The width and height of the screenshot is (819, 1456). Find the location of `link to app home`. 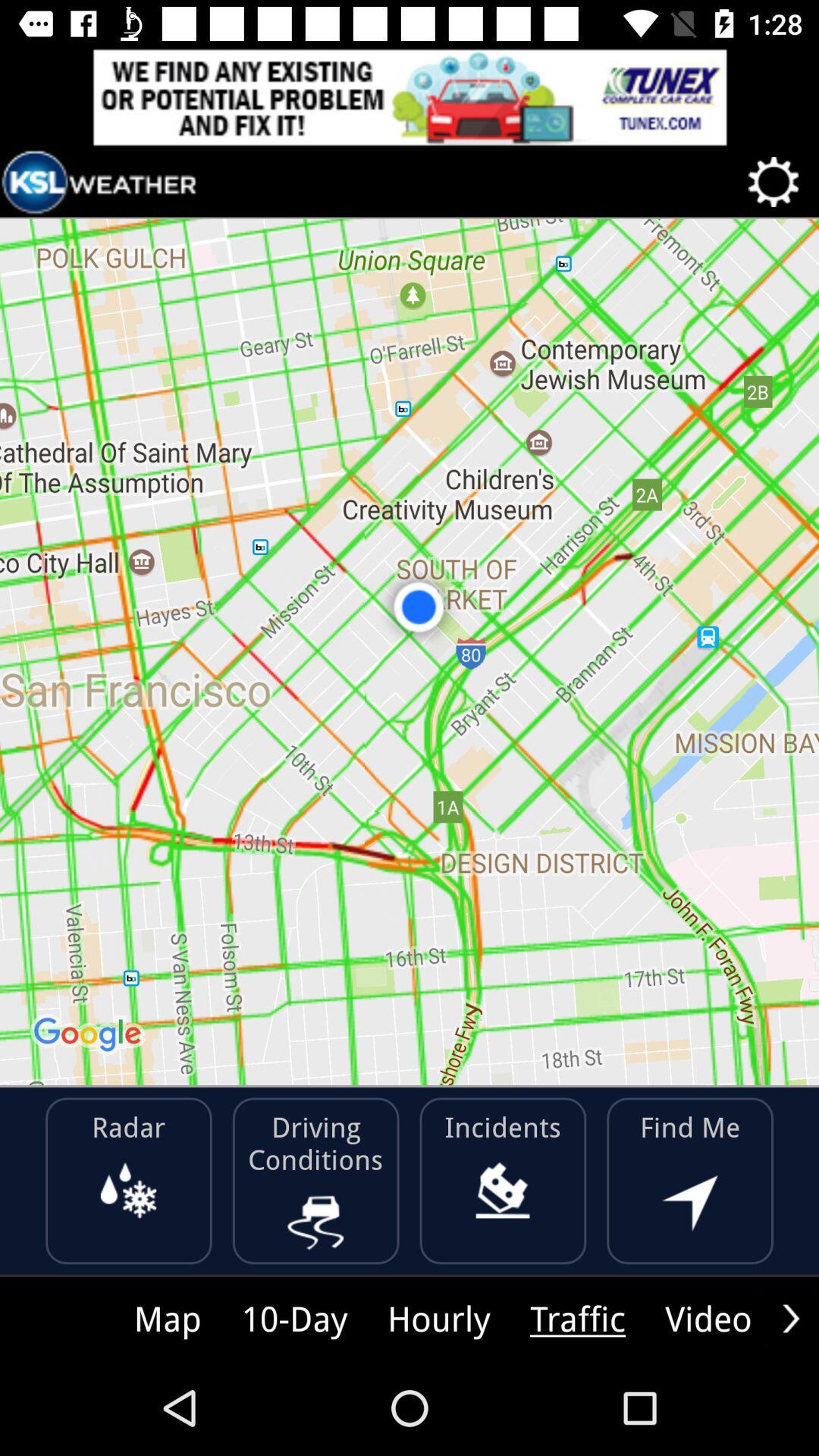

link to app home is located at coordinates (99, 182).